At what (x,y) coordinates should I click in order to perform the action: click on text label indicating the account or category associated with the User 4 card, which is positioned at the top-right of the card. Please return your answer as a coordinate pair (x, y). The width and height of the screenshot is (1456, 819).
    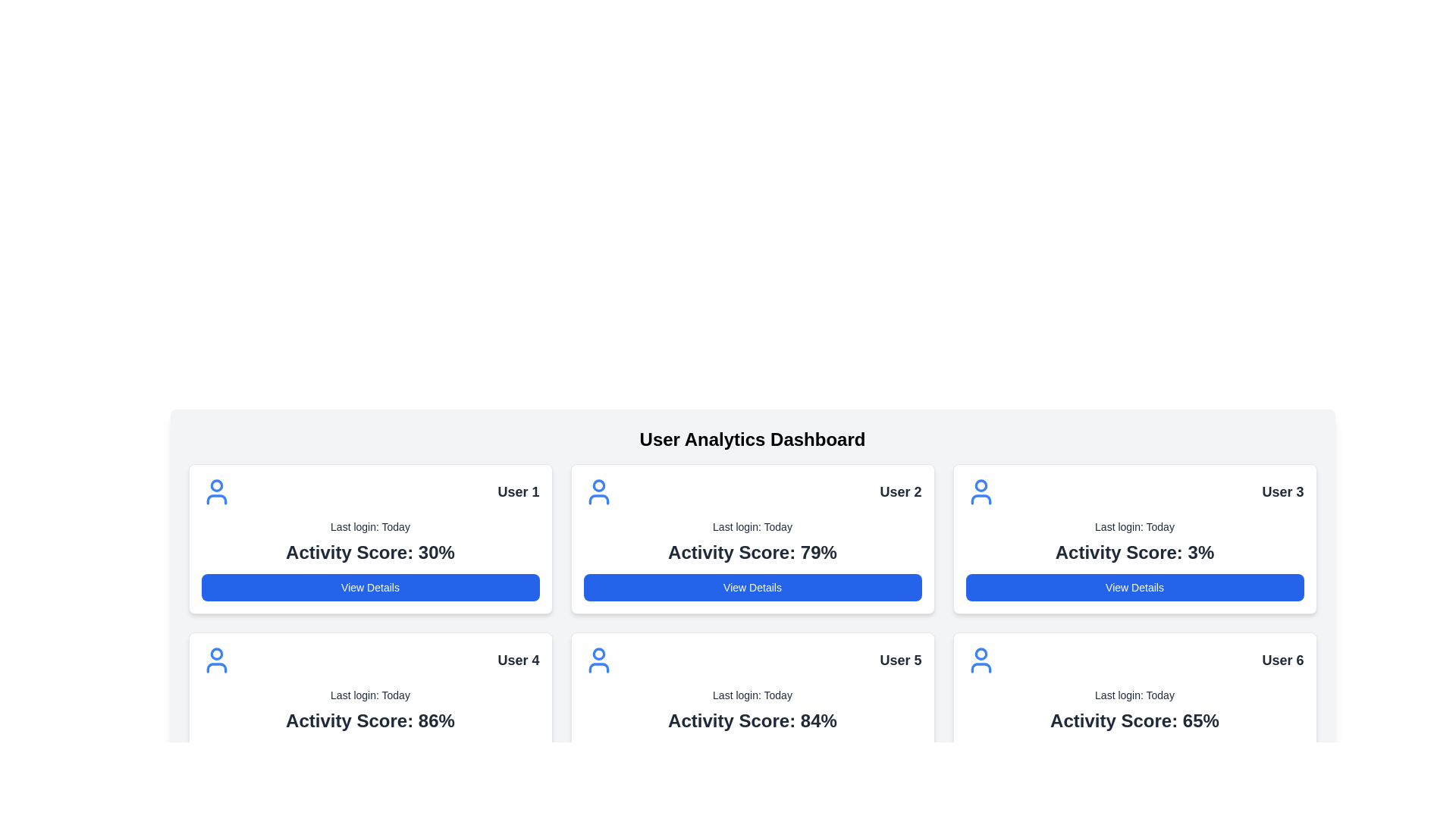
    Looking at the image, I should click on (518, 660).